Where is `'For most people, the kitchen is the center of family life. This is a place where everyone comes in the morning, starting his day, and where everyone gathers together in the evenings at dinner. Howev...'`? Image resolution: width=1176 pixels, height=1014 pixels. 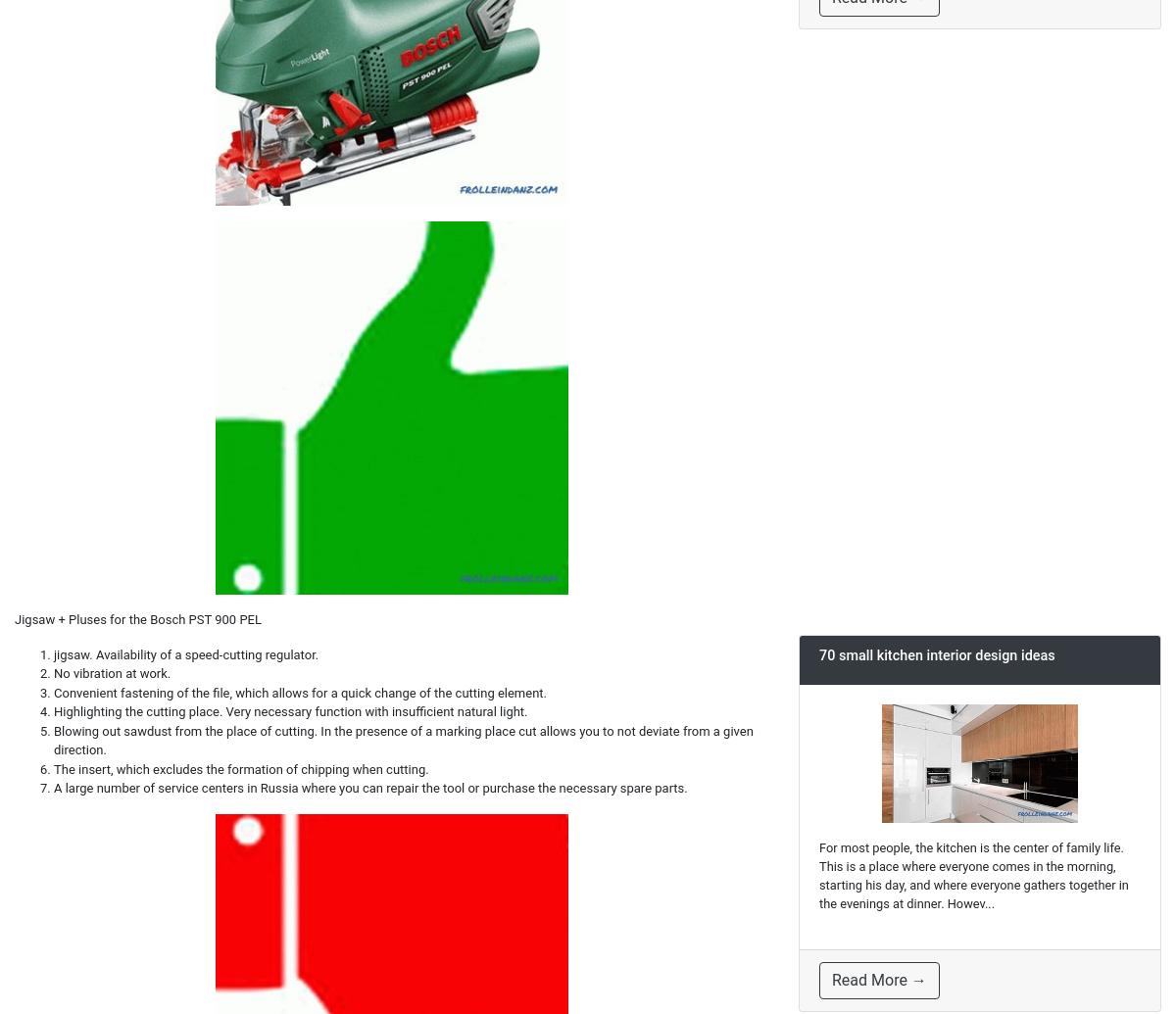 'For most people, the kitchen is the center of family life. This is a place where everyone comes in the morning, starting his day, and where everyone gathers together in the evenings at dinner. Howev...' is located at coordinates (973, 874).